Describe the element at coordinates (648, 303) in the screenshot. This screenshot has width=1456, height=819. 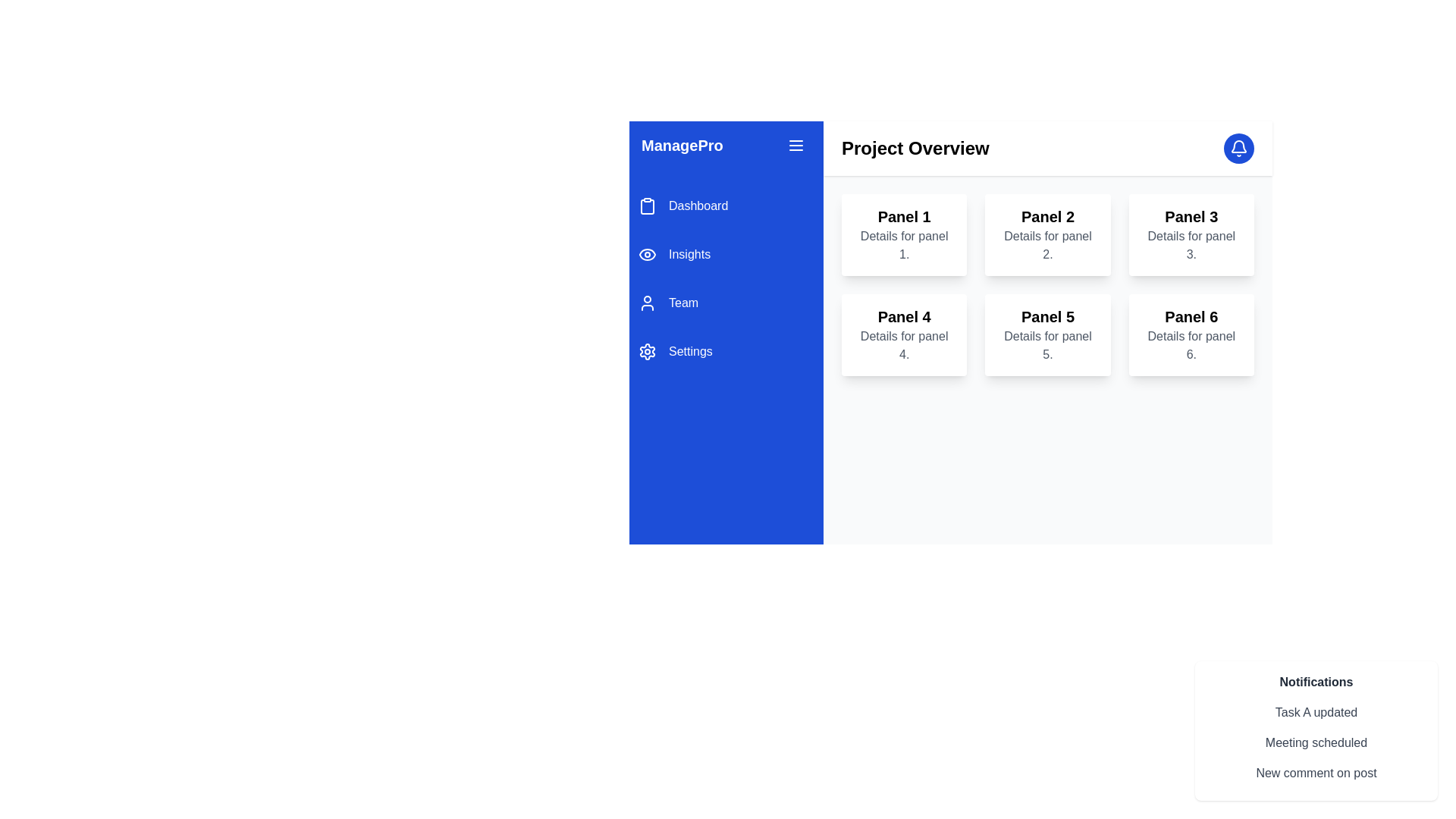
I see `the 'Team' icon in the left navigation pane for accessibility navigation` at that location.